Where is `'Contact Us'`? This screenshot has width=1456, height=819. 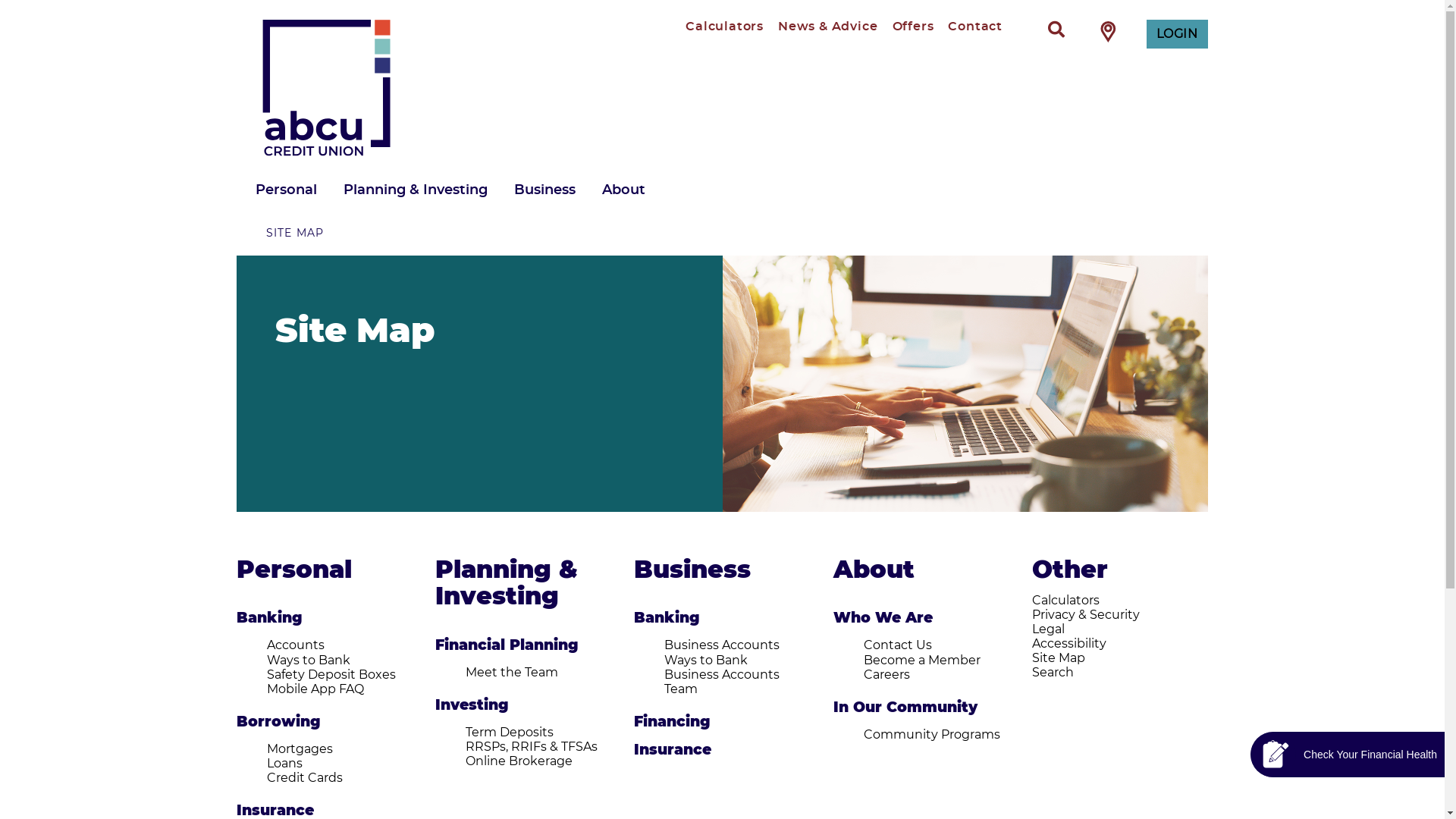 'Contact Us' is located at coordinates (898, 645).